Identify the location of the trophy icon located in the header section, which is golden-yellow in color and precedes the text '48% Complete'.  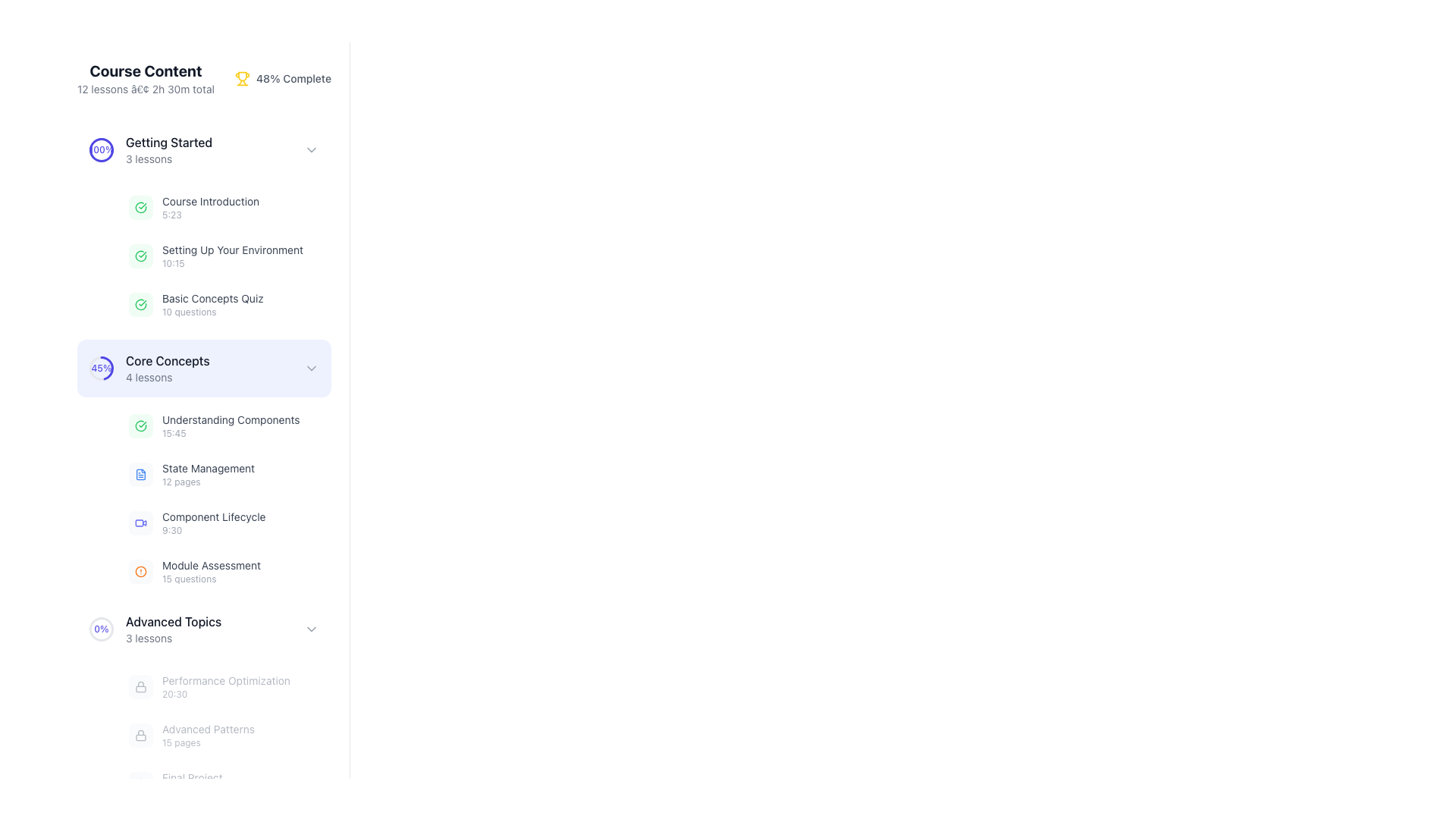
(243, 79).